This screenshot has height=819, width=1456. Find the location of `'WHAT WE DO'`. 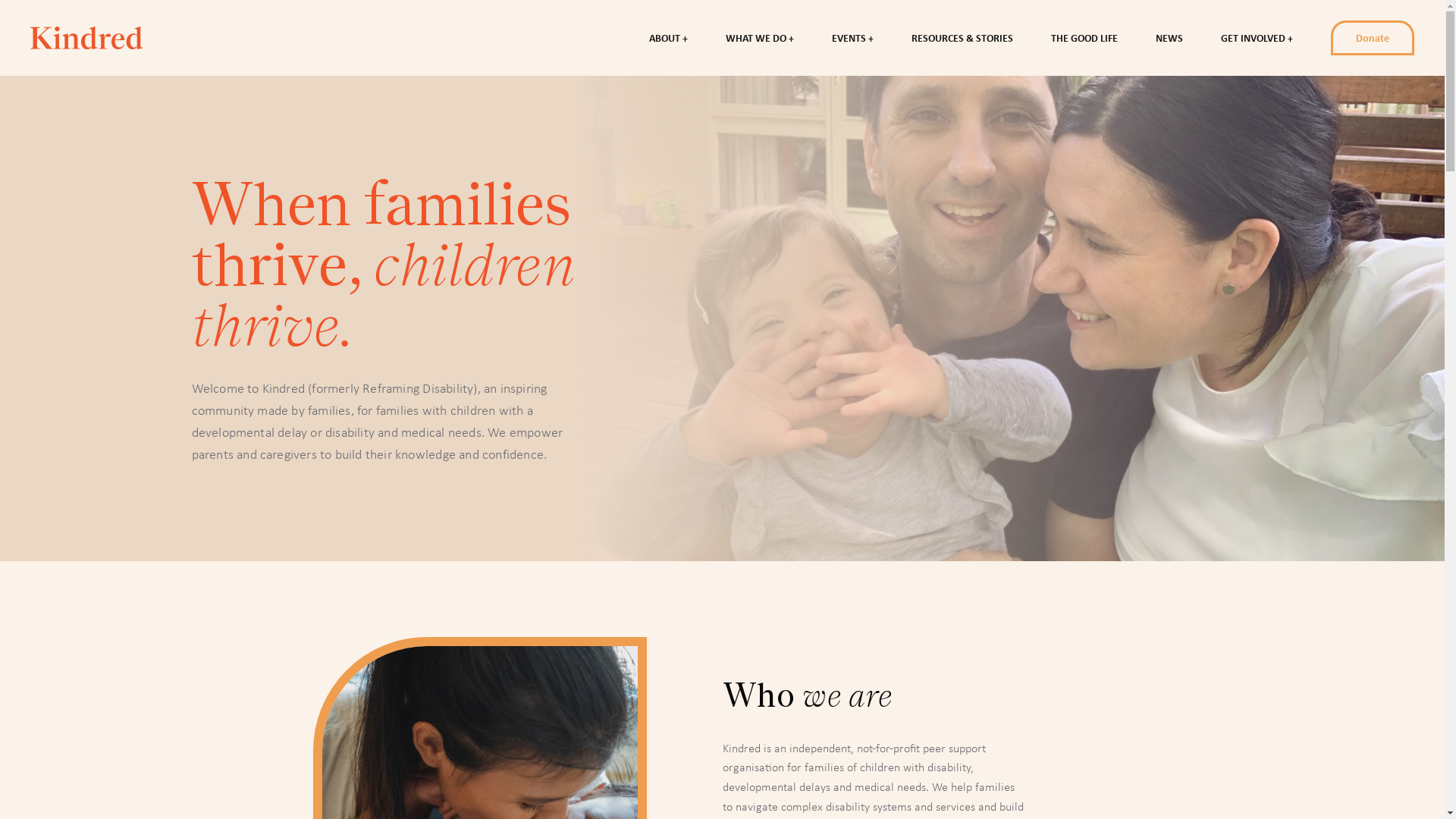

'WHAT WE DO' is located at coordinates (724, 37).